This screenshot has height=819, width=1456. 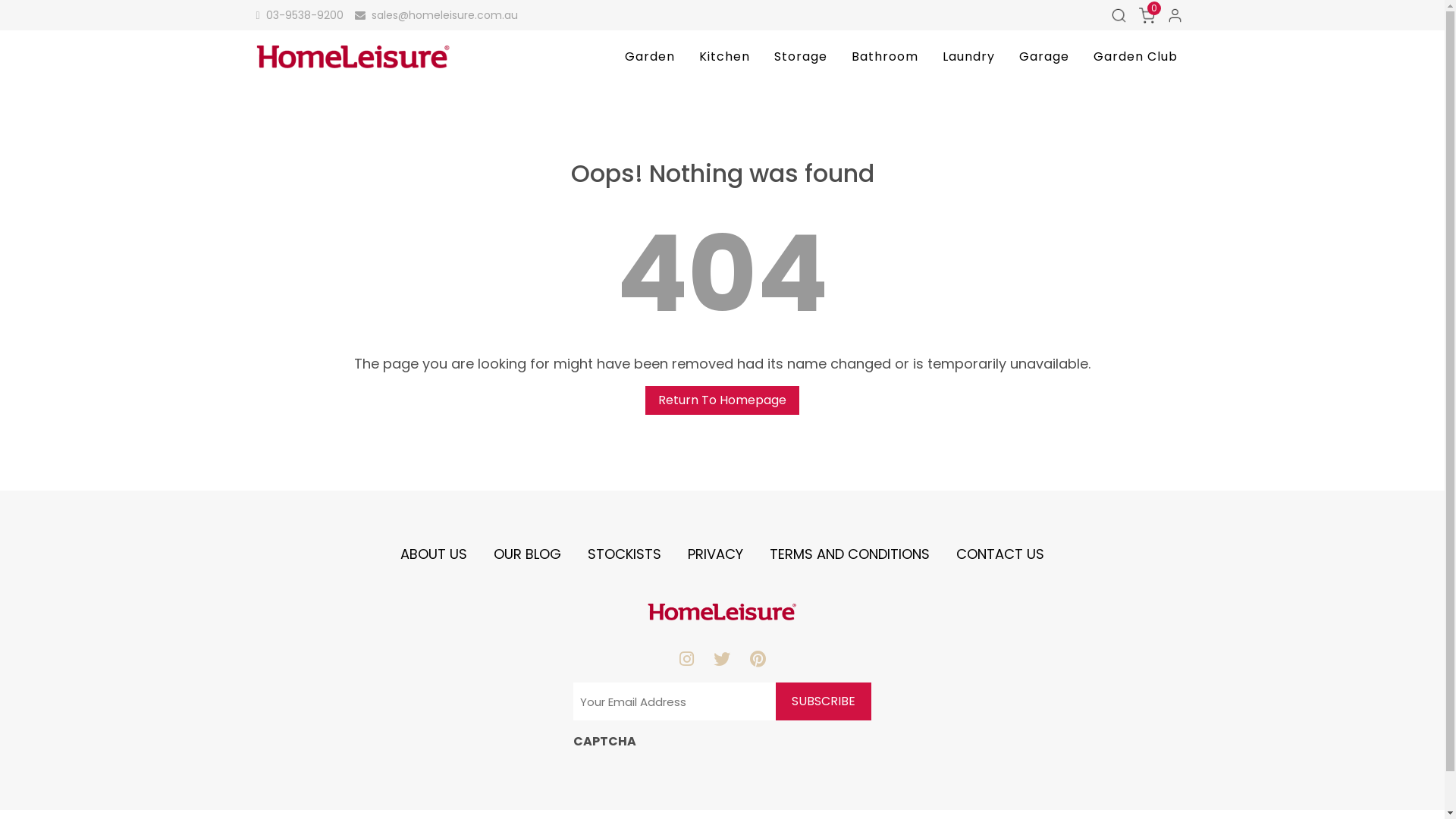 I want to click on 'Garage', so click(x=1043, y=55).